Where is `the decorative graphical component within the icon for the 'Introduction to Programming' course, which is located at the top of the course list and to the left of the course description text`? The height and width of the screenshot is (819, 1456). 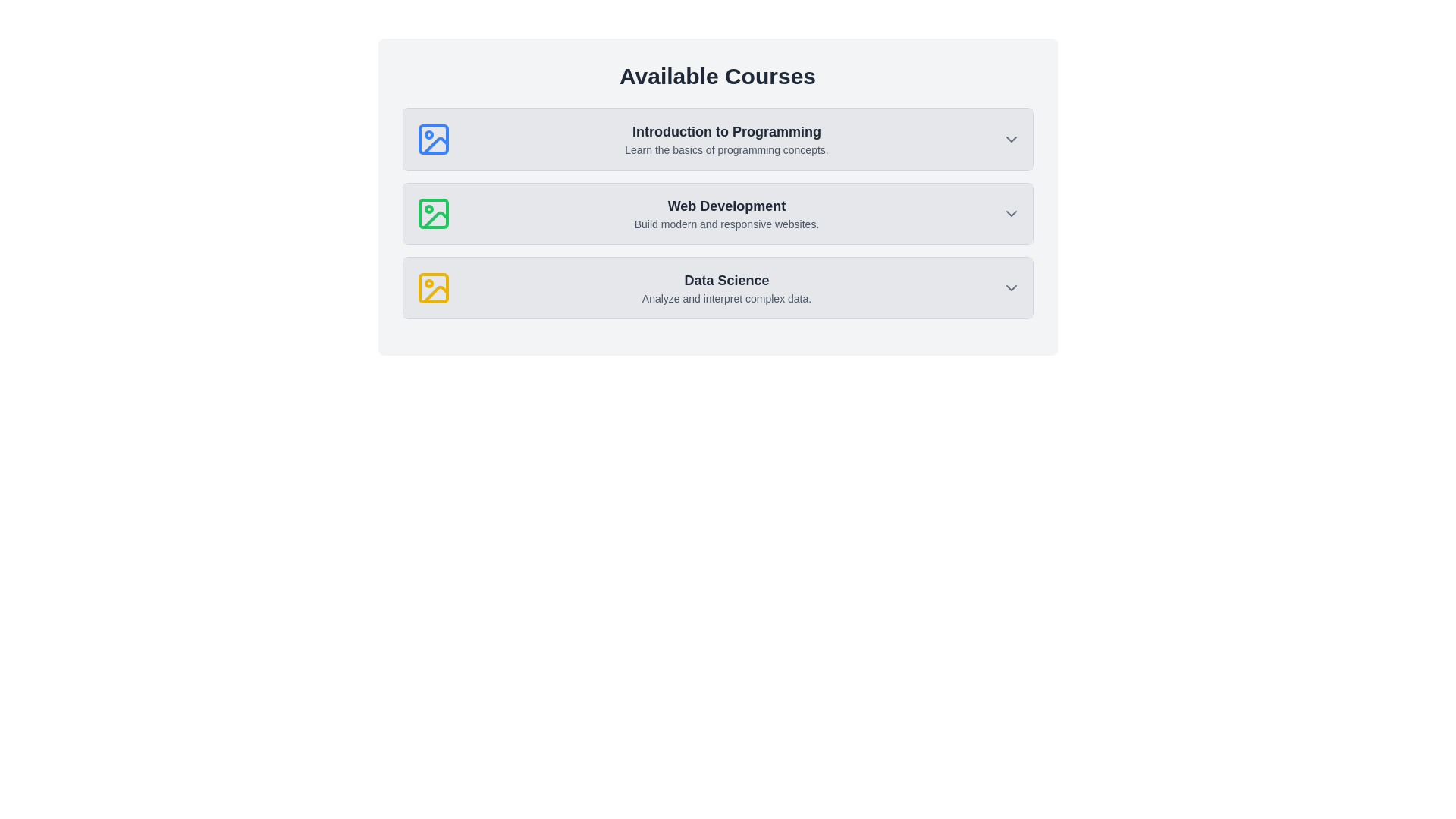
the decorative graphical component within the icon for the 'Introduction to Programming' course, which is located at the top of the course list and to the left of the course description text is located at coordinates (432, 140).